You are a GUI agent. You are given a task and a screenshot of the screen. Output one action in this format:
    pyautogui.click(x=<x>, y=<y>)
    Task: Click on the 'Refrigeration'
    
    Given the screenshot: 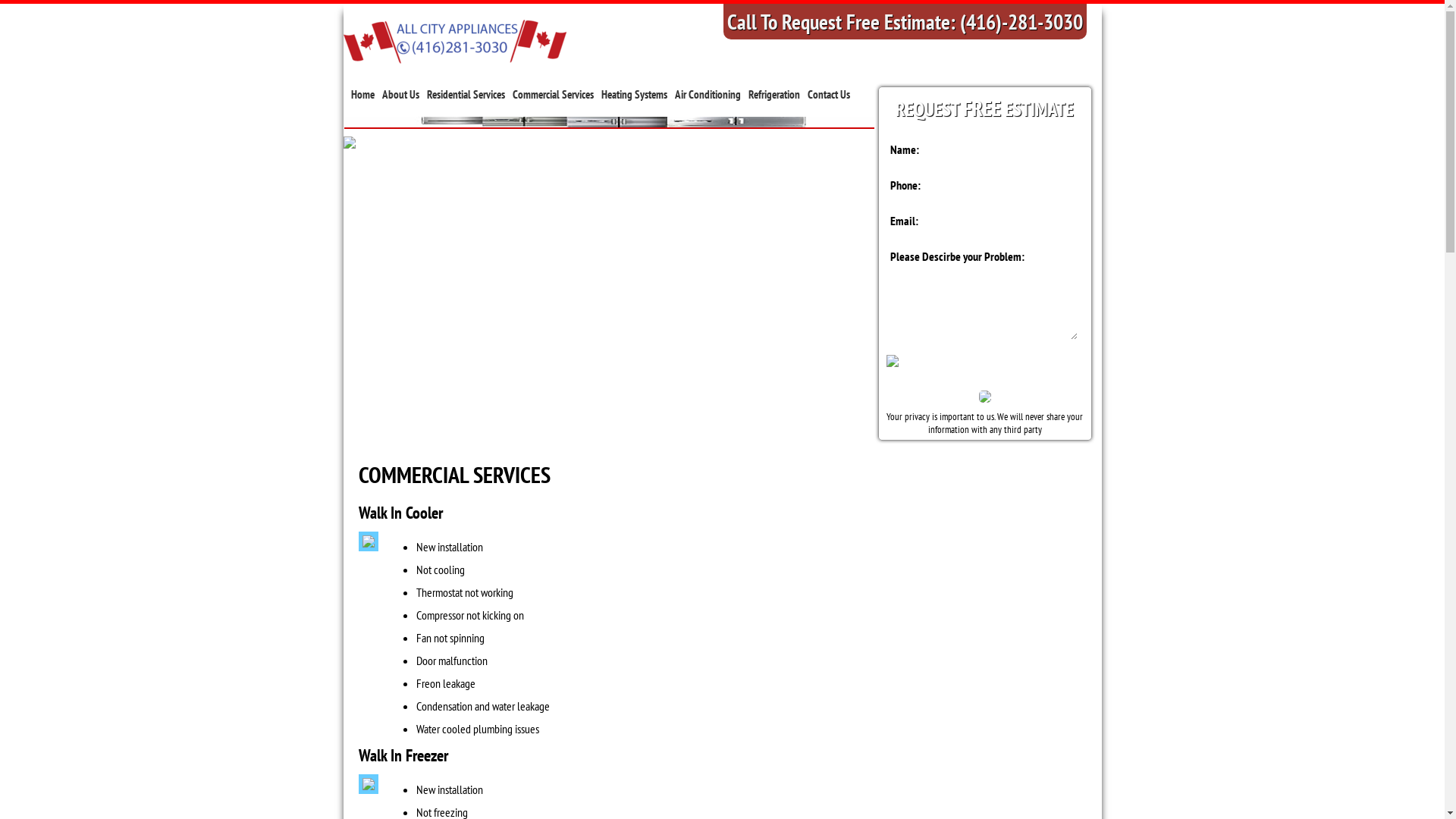 What is the action you would take?
    pyautogui.click(x=747, y=94)
    